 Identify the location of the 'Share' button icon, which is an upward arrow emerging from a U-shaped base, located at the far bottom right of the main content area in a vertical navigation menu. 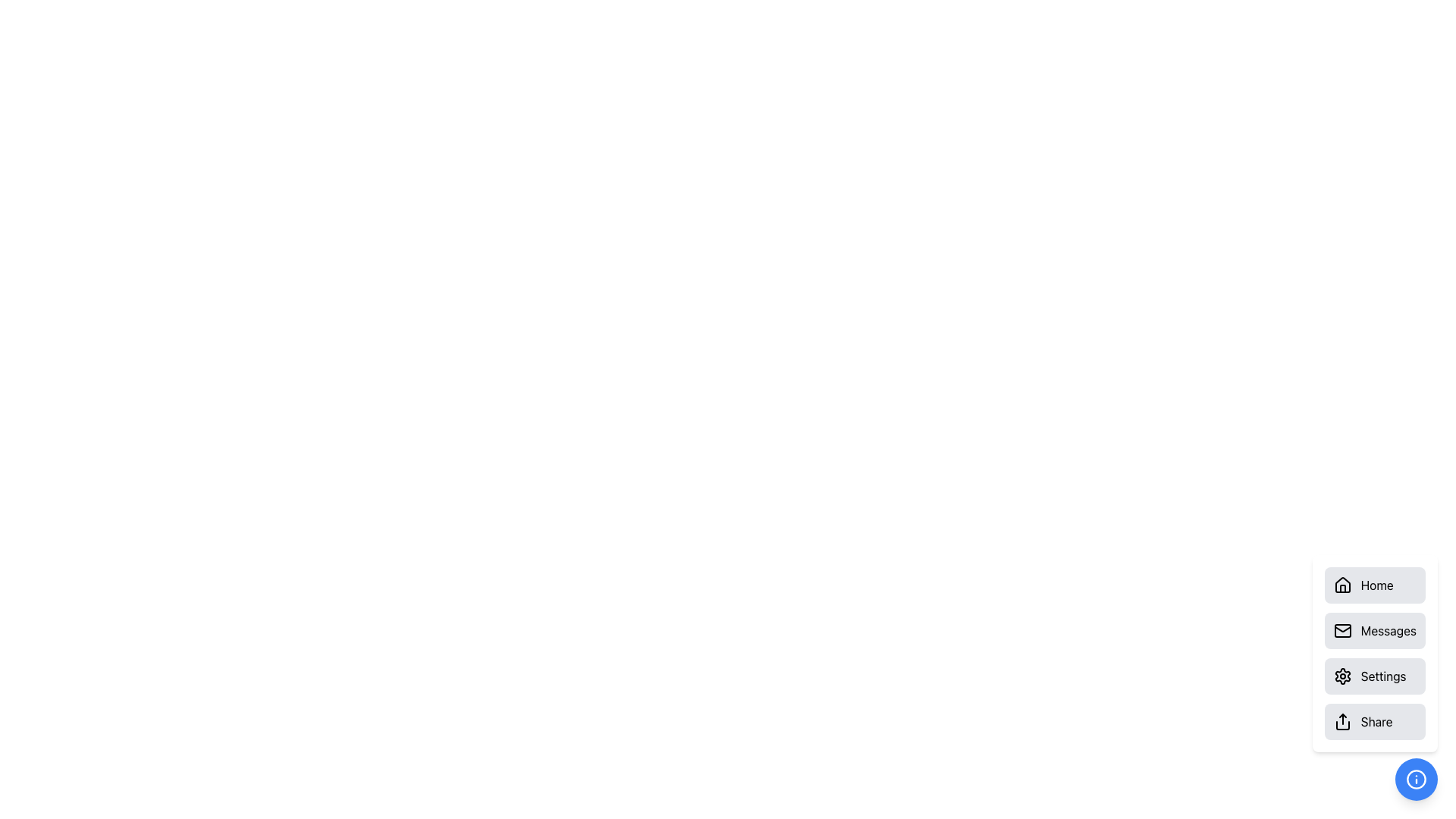
(1342, 721).